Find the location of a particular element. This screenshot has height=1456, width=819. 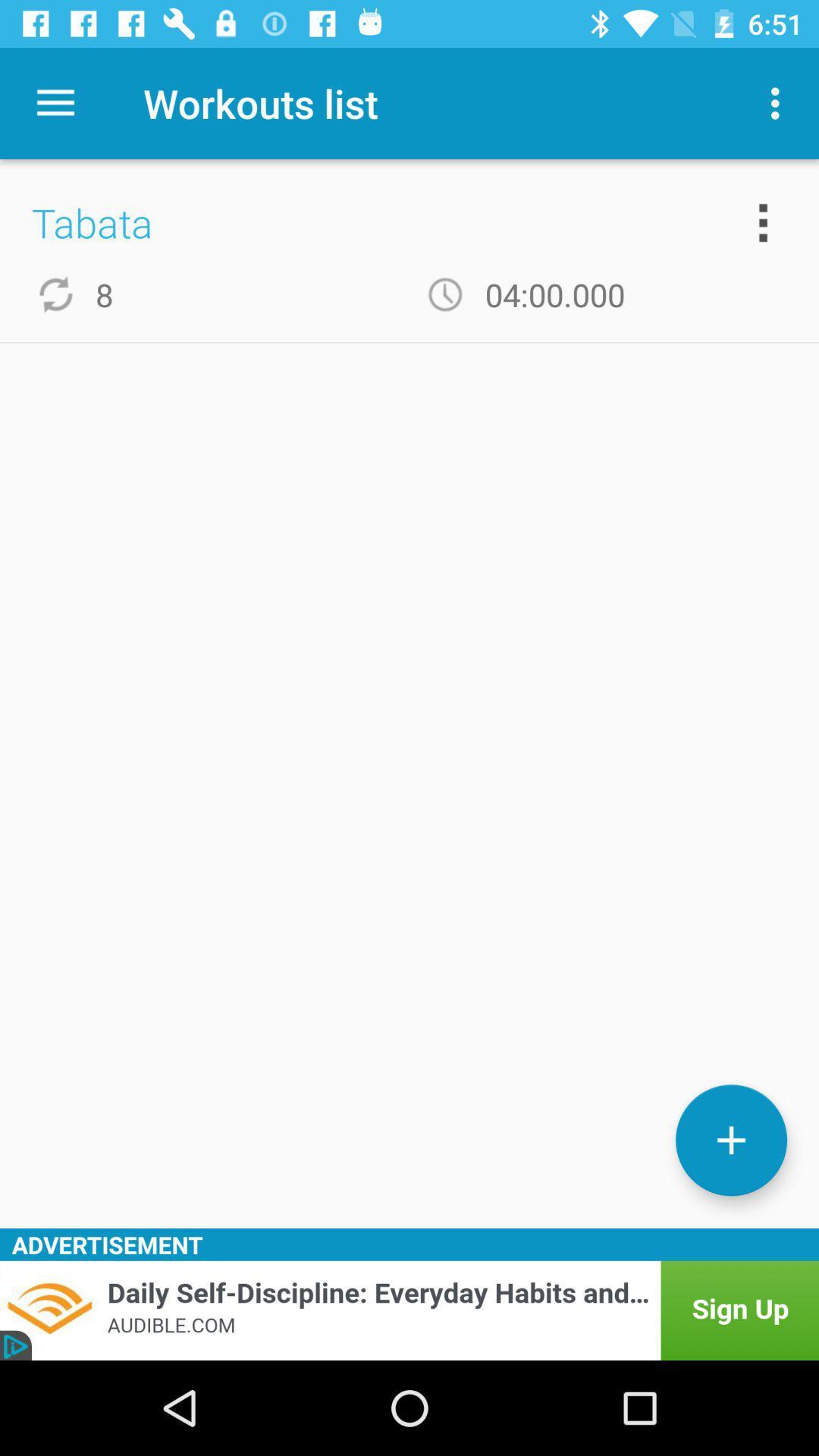

icon above tabata icon is located at coordinates (55, 102).